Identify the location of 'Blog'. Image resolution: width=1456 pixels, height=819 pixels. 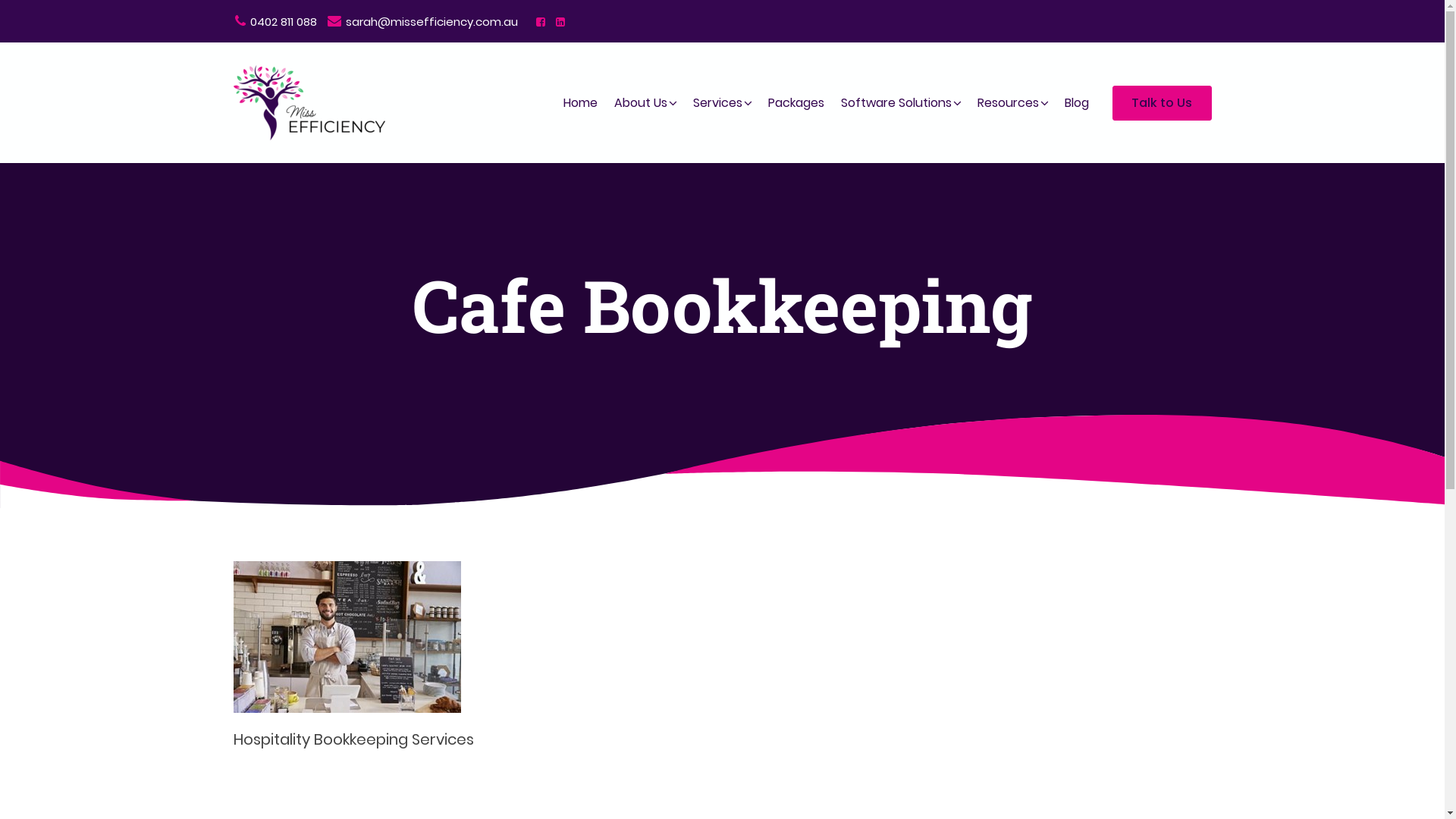
(1075, 102).